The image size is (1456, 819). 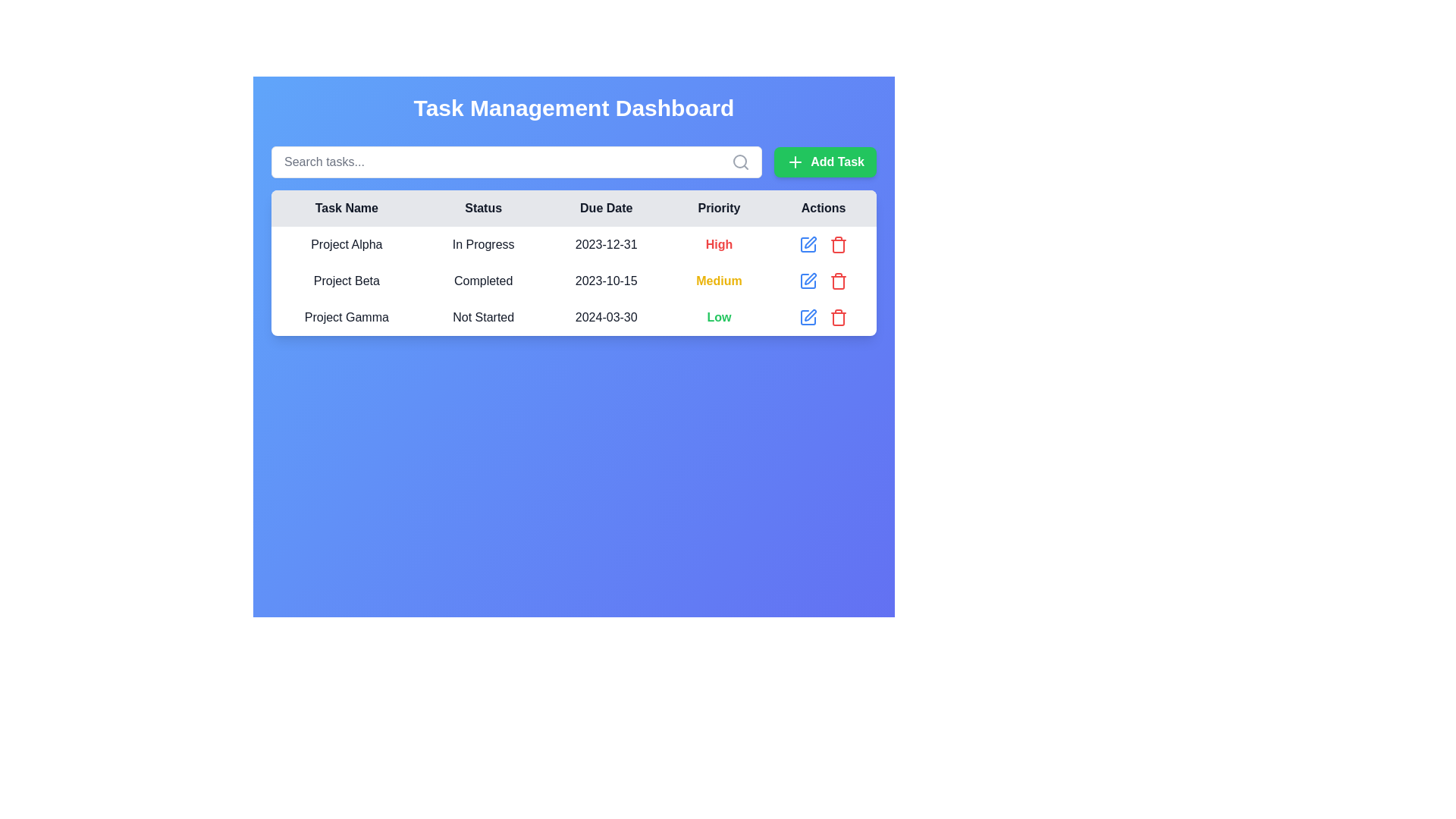 I want to click on the delete action button, which is the second icon in the 'Actions' cell of the second row in the table, so click(x=838, y=244).